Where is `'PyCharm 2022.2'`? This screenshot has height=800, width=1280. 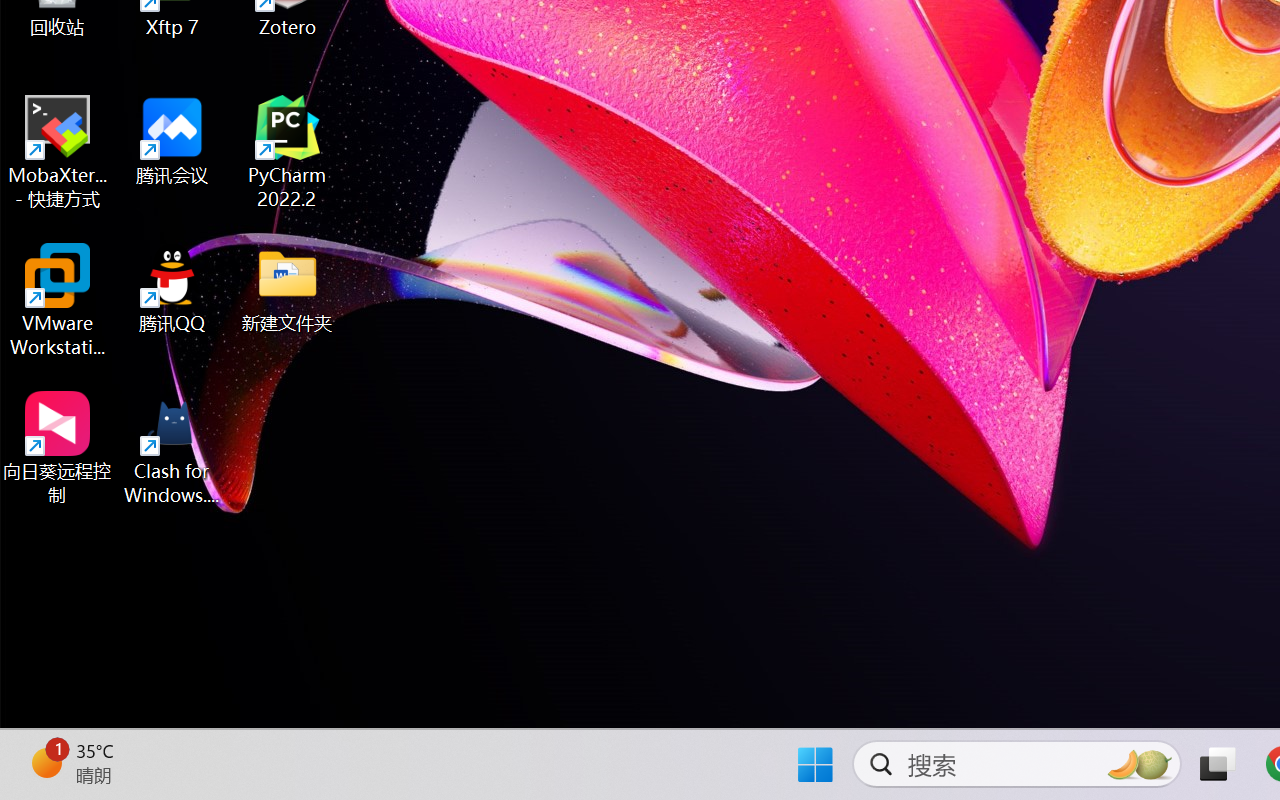 'PyCharm 2022.2' is located at coordinates (287, 152).